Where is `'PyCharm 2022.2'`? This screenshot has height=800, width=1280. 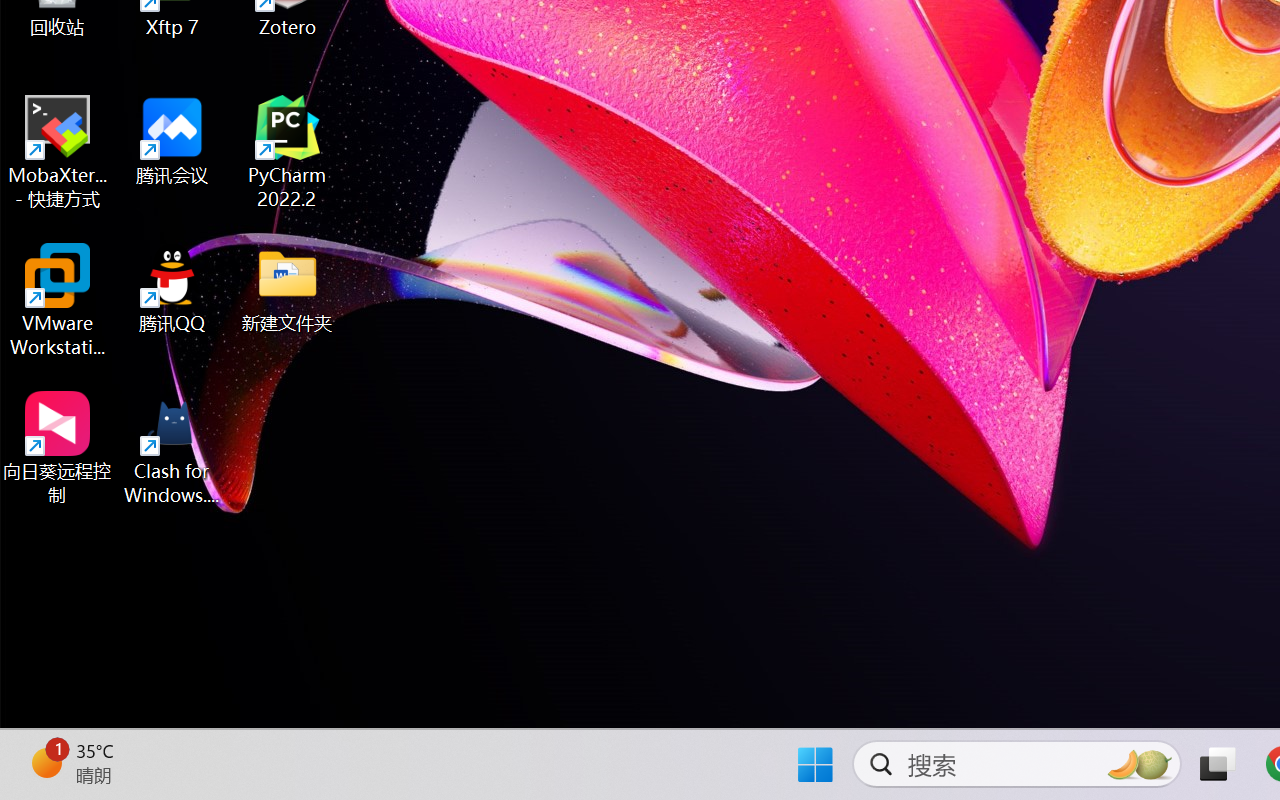 'PyCharm 2022.2' is located at coordinates (287, 152).